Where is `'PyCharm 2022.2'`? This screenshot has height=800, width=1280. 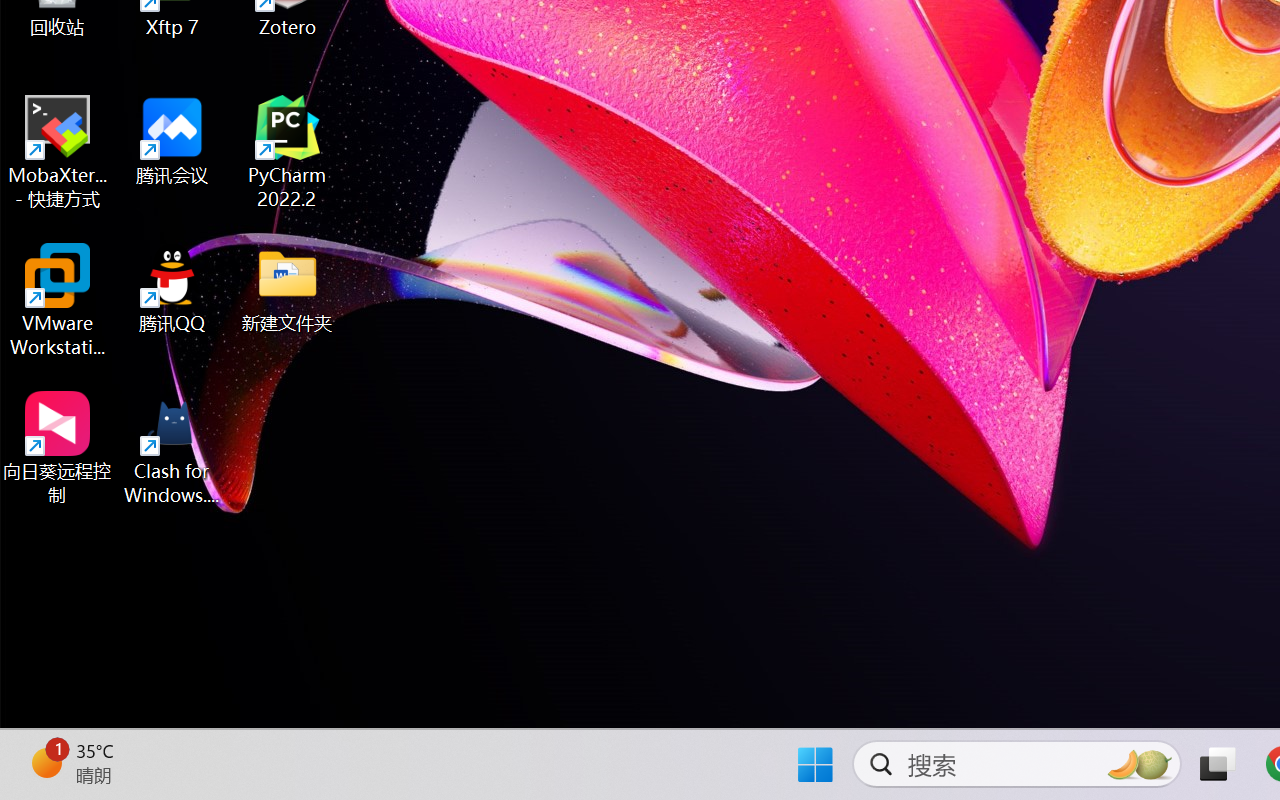 'PyCharm 2022.2' is located at coordinates (287, 152).